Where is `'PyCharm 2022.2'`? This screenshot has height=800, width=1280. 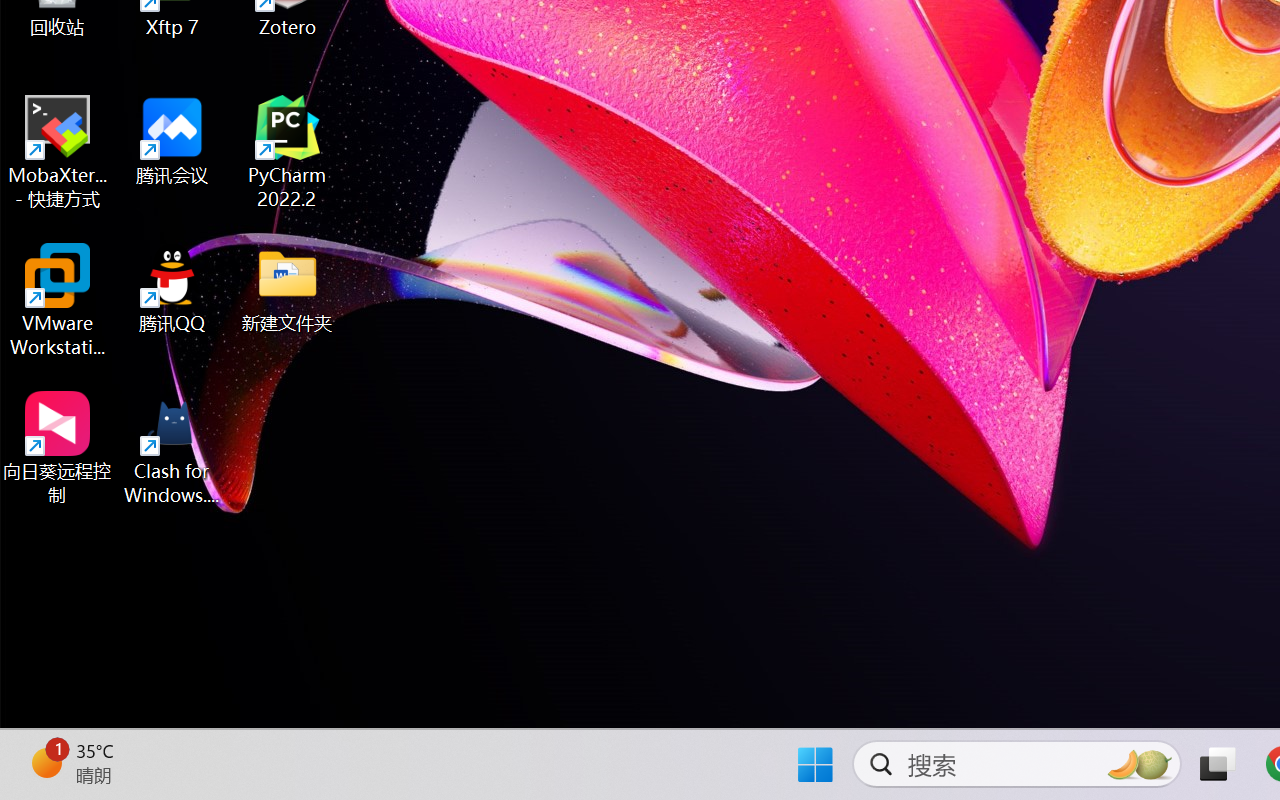 'PyCharm 2022.2' is located at coordinates (287, 152).